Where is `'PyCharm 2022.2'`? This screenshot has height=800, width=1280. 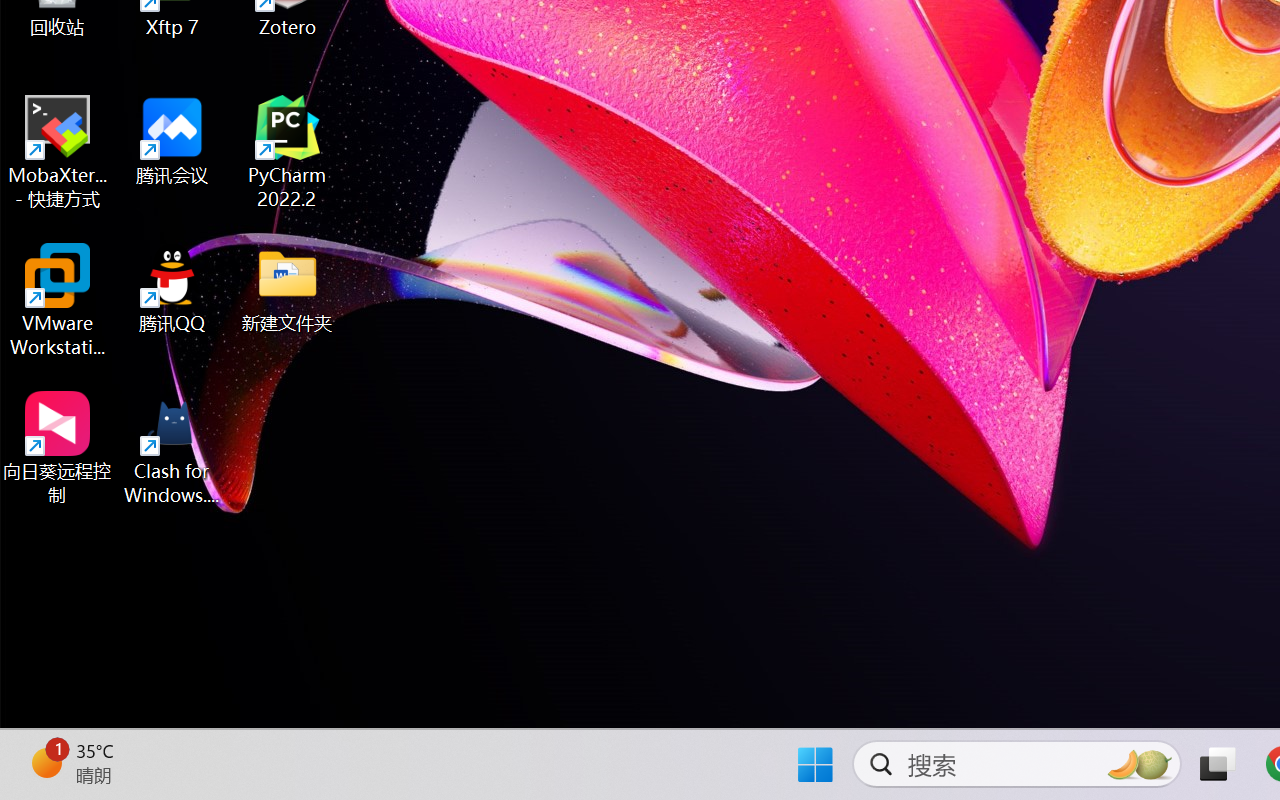 'PyCharm 2022.2' is located at coordinates (287, 152).